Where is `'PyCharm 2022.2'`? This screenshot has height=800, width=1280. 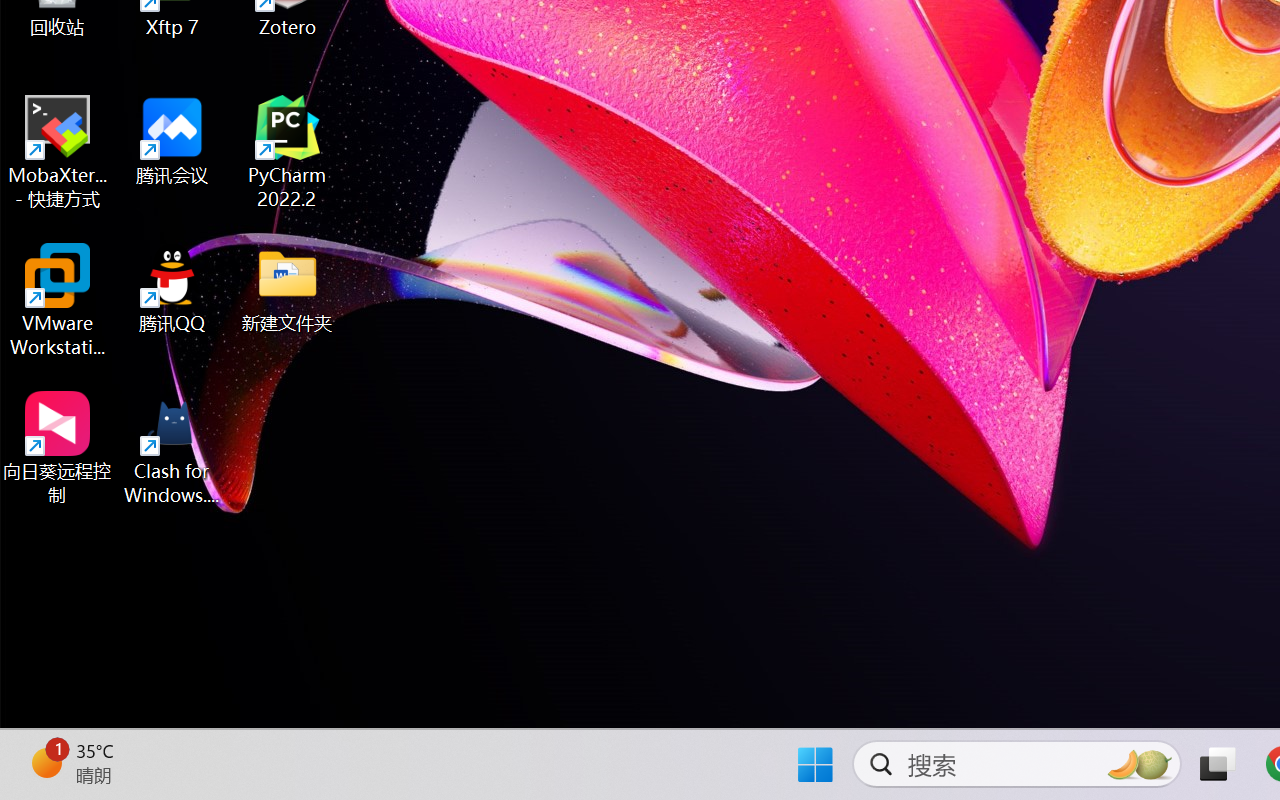 'PyCharm 2022.2' is located at coordinates (287, 152).